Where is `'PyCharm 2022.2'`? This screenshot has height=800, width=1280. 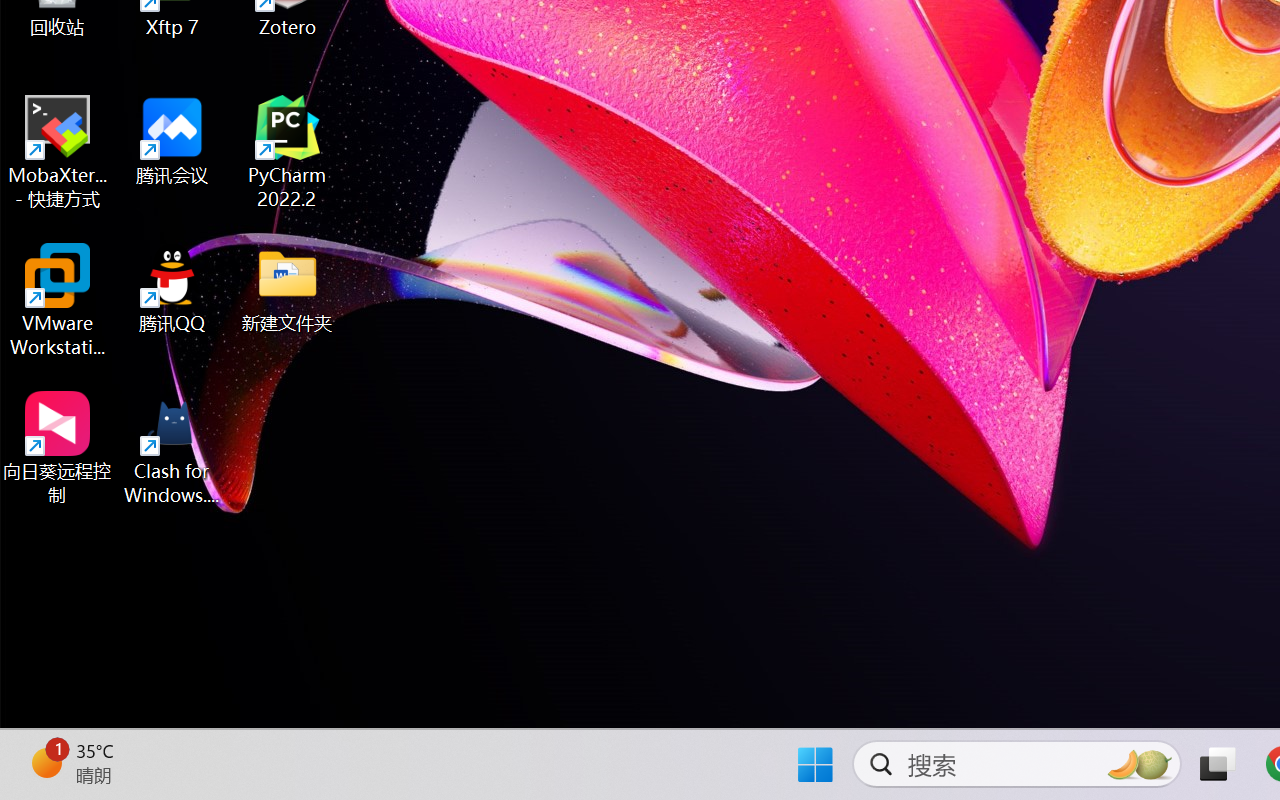 'PyCharm 2022.2' is located at coordinates (287, 152).